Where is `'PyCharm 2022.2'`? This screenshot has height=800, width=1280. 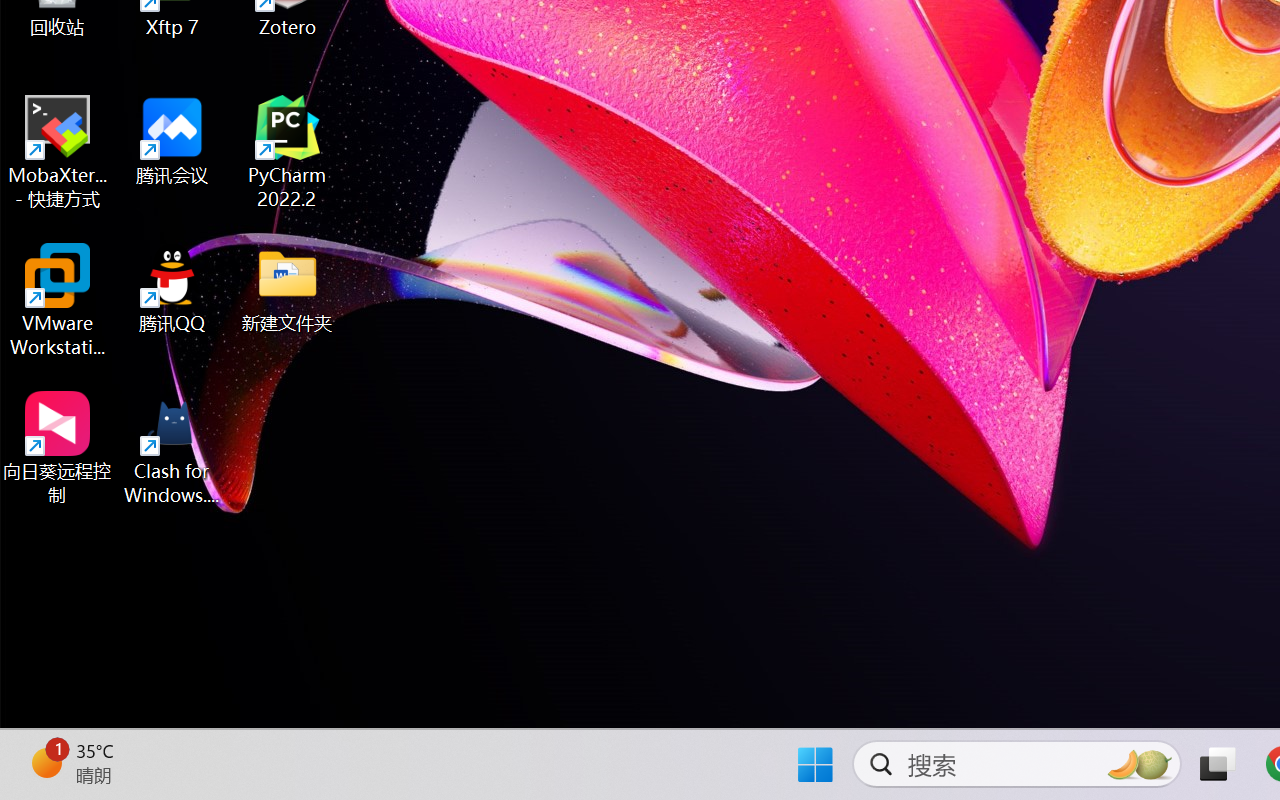 'PyCharm 2022.2' is located at coordinates (287, 152).